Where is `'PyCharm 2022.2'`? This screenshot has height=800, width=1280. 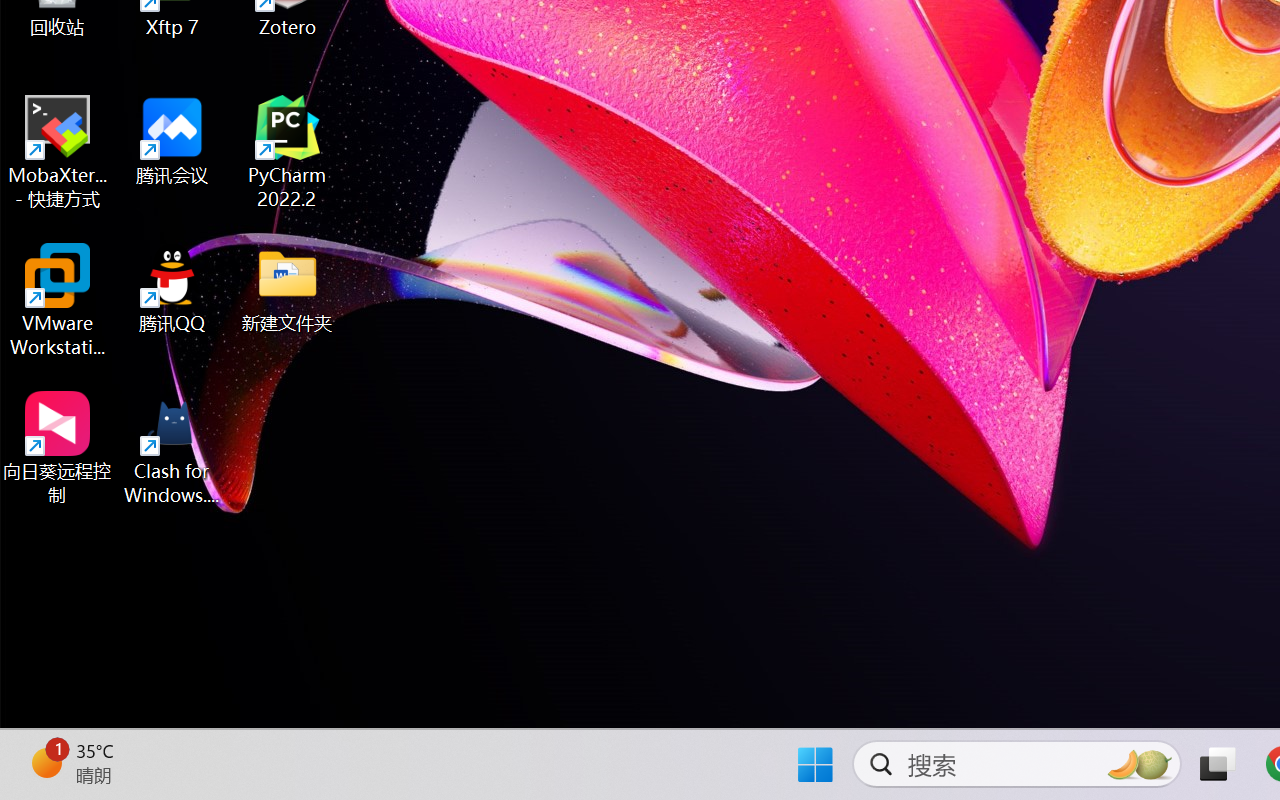 'PyCharm 2022.2' is located at coordinates (287, 152).